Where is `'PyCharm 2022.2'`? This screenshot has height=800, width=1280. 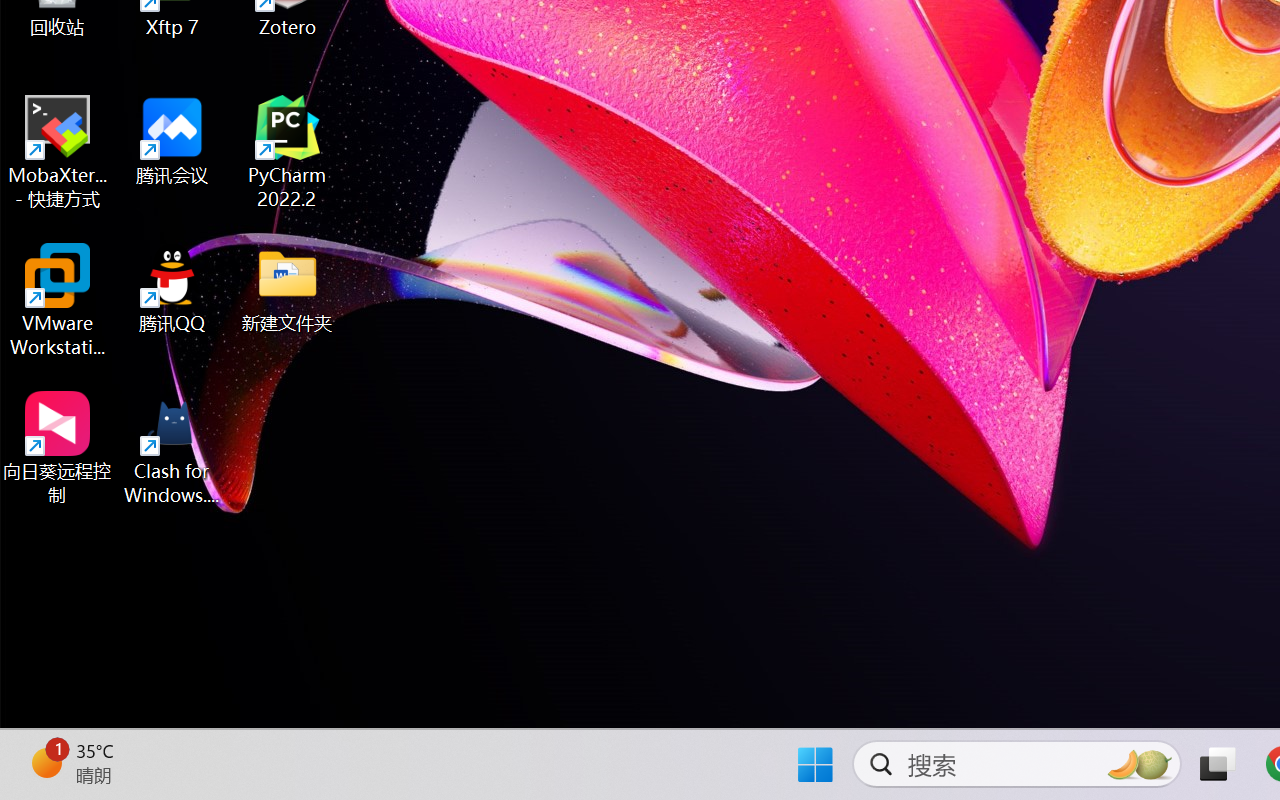 'PyCharm 2022.2' is located at coordinates (287, 152).